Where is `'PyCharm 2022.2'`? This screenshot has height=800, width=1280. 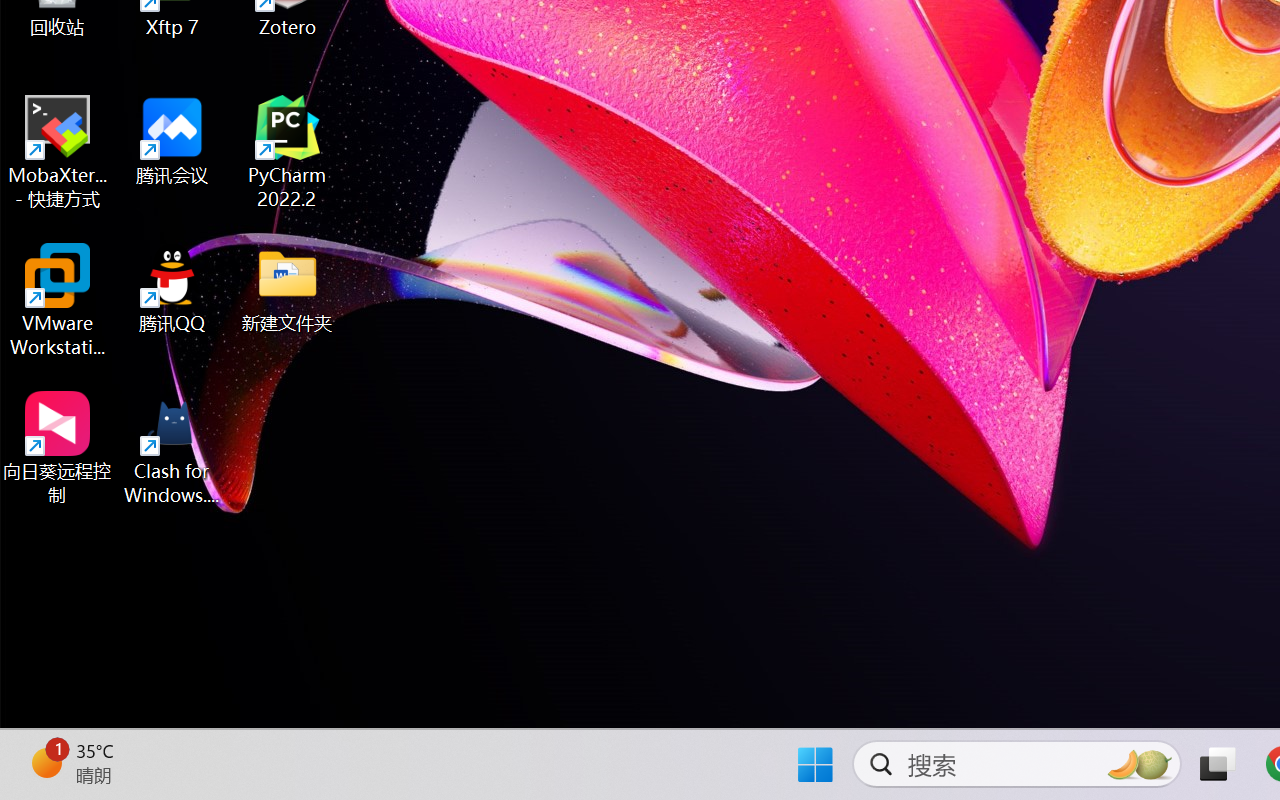 'PyCharm 2022.2' is located at coordinates (287, 152).